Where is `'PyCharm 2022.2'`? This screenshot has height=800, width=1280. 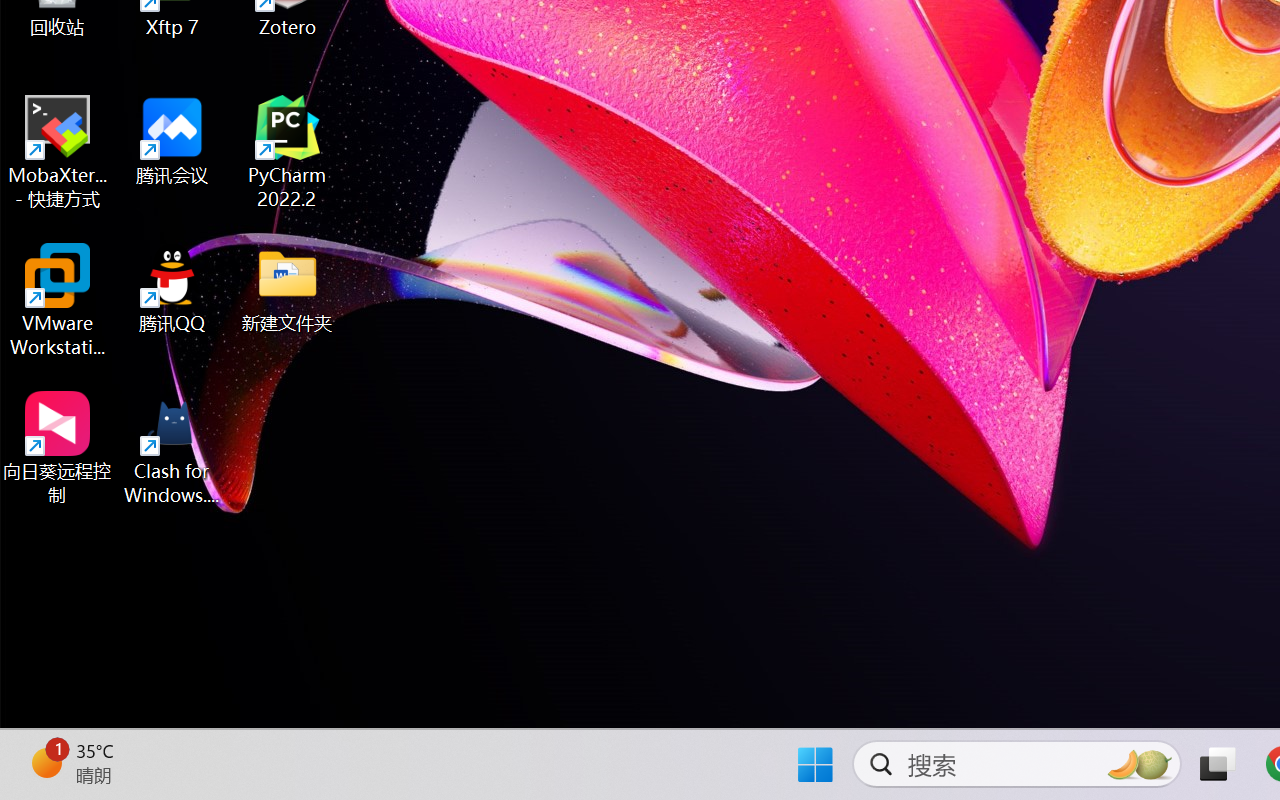 'PyCharm 2022.2' is located at coordinates (287, 152).